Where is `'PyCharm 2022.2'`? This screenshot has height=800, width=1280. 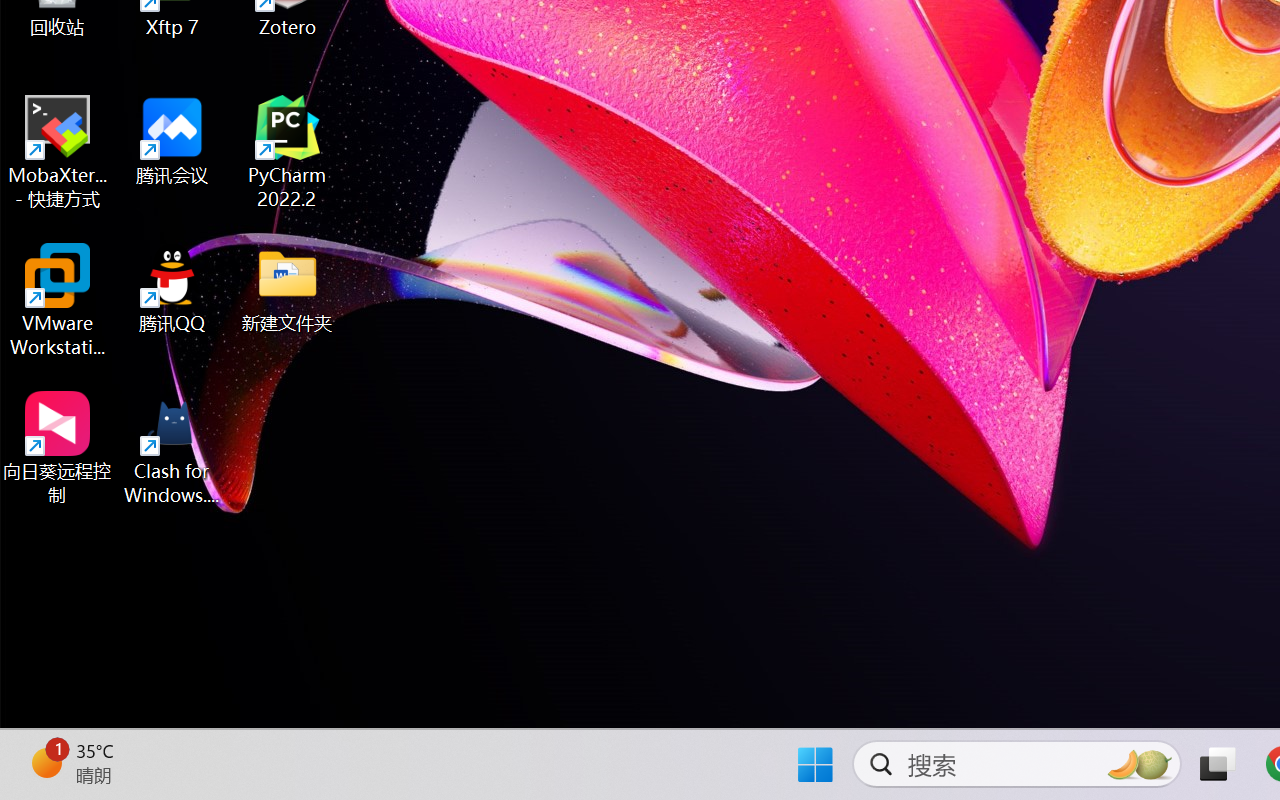 'PyCharm 2022.2' is located at coordinates (287, 152).